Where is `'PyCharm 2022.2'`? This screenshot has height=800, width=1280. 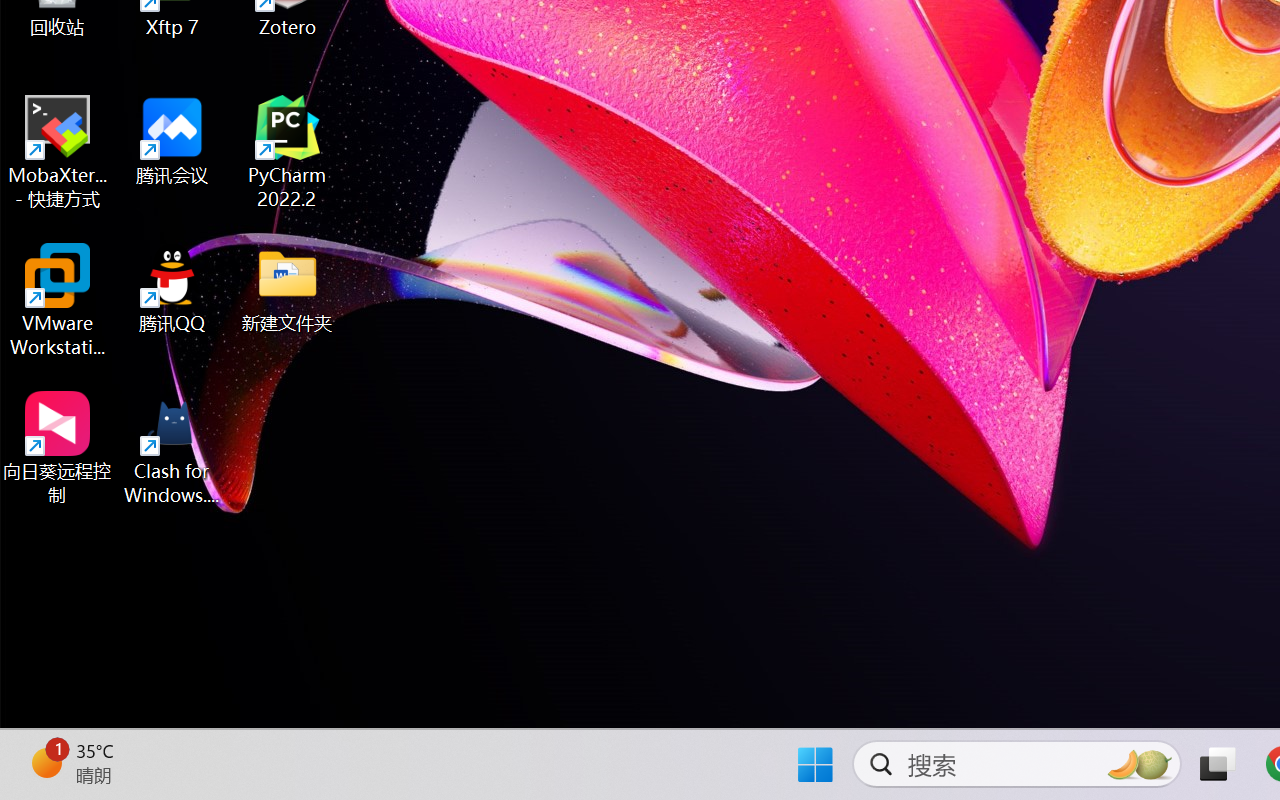 'PyCharm 2022.2' is located at coordinates (287, 152).